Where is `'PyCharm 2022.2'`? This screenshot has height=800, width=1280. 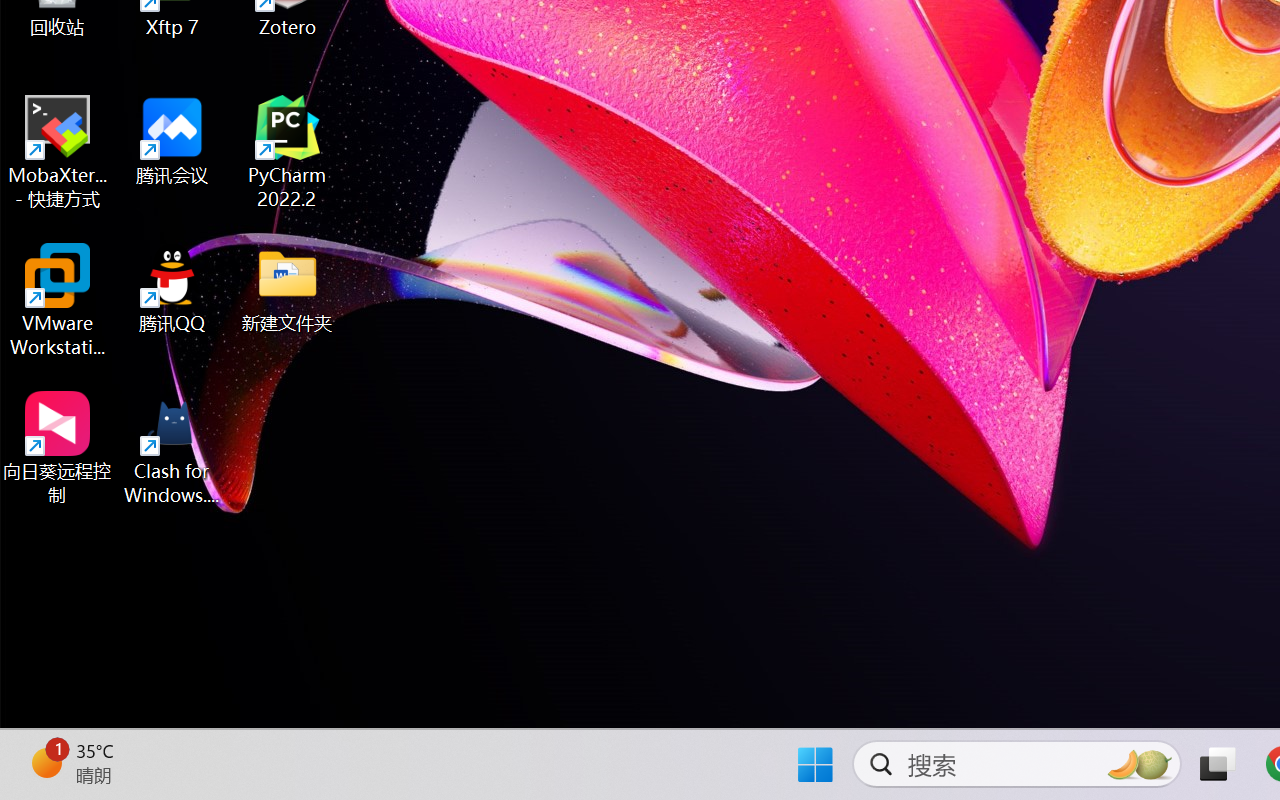 'PyCharm 2022.2' is located at coordinates (287, 152).